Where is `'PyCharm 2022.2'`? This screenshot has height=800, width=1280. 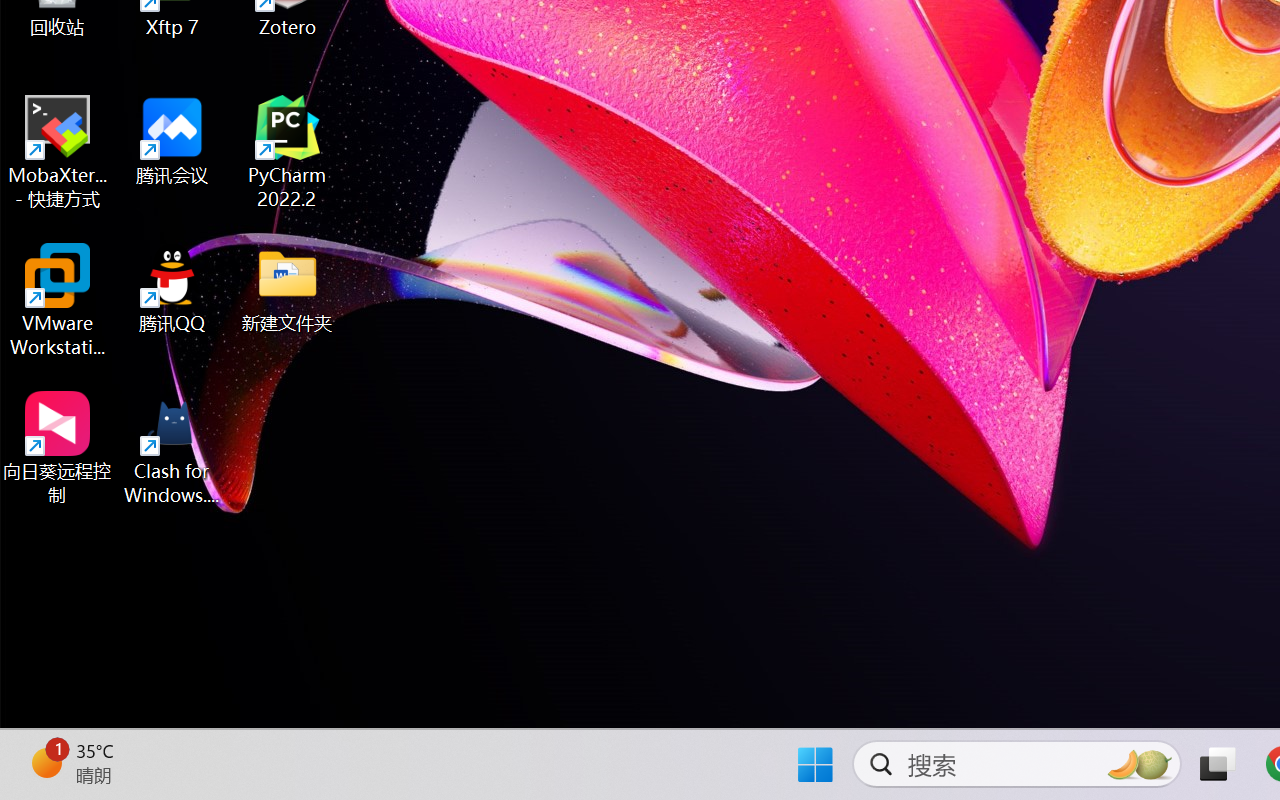 'PyCharm 2022.2' is located at coordinates (287, 152).